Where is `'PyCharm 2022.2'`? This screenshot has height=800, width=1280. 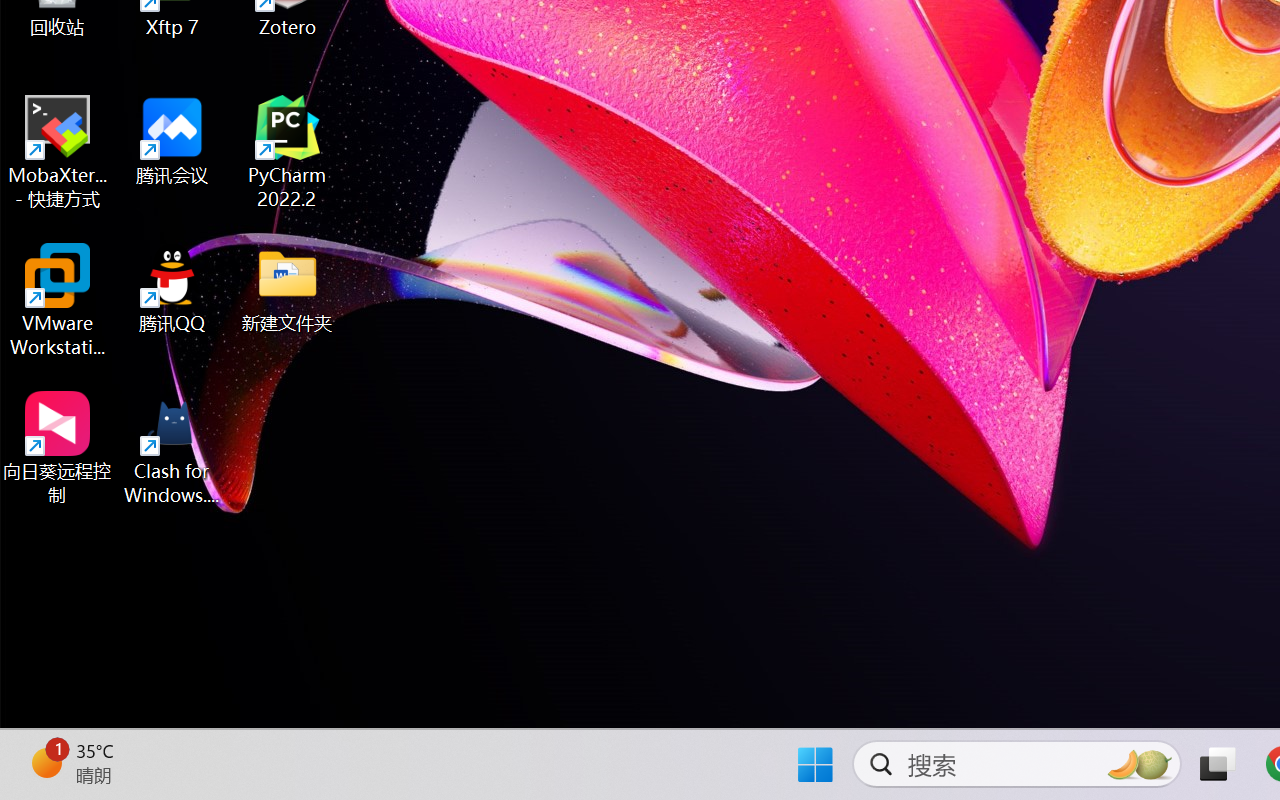 'PyCharm 2022.2' is located at coordinates (287, 152).